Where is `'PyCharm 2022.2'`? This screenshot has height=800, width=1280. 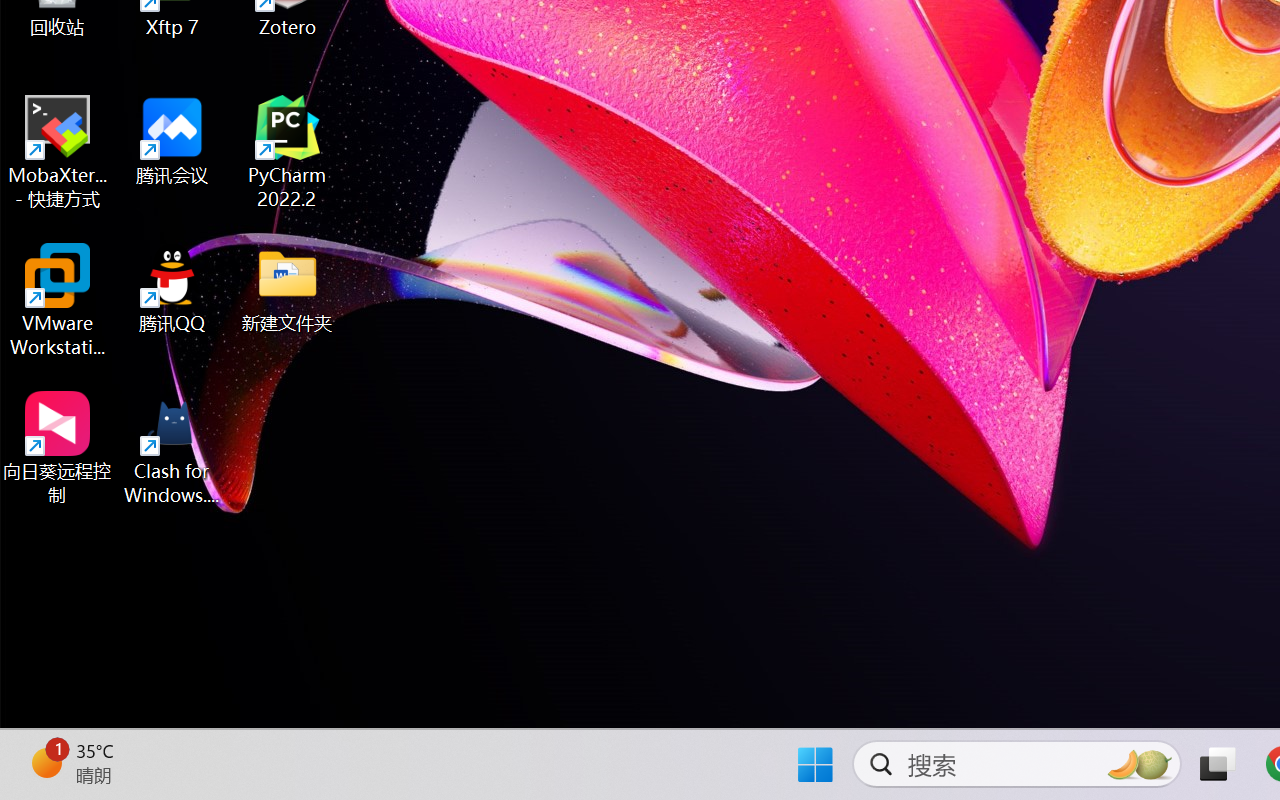 'PyCharm 2022.2' is located at coordinates (287, 152).